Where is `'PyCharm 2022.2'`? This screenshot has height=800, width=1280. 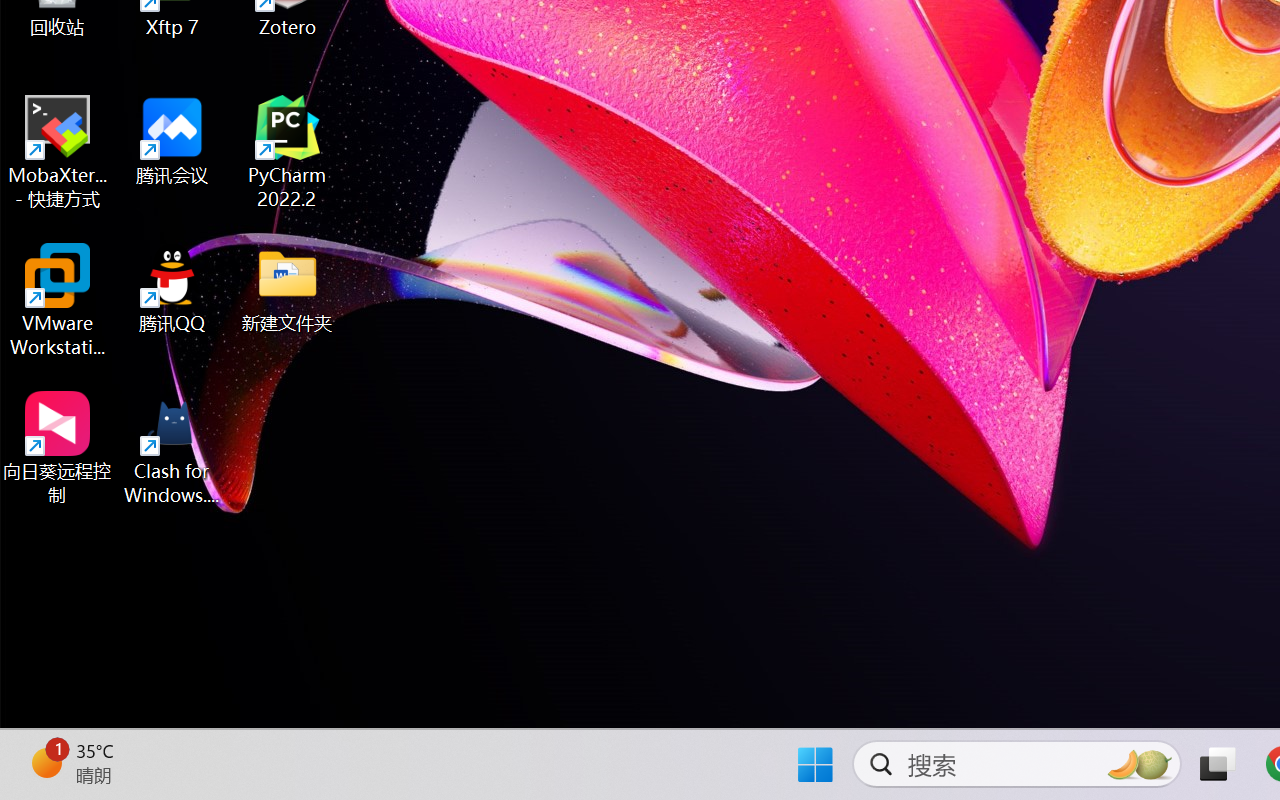 'PyCharm 2022.2' is located at coordinates (287, 152).